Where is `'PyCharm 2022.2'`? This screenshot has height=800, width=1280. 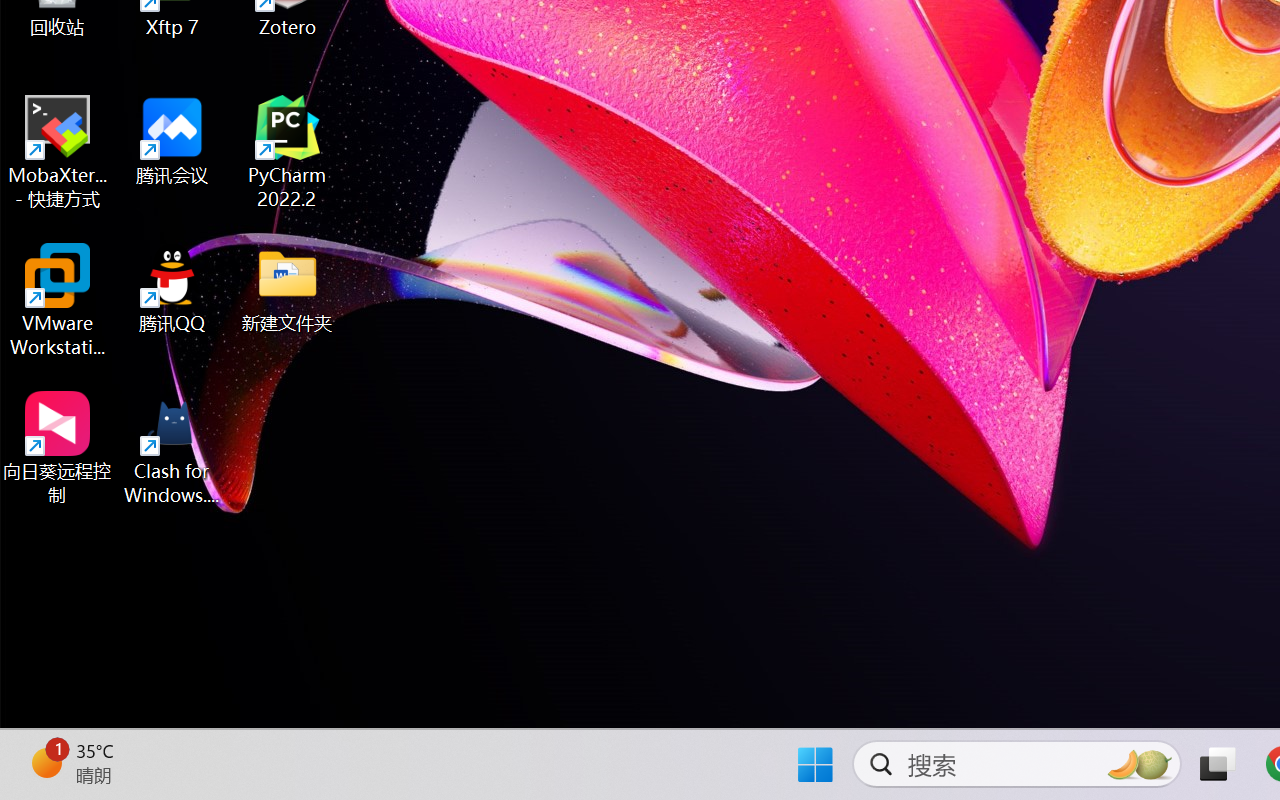 'PyCharm 2022.2' is located at coordinates (287, 152).